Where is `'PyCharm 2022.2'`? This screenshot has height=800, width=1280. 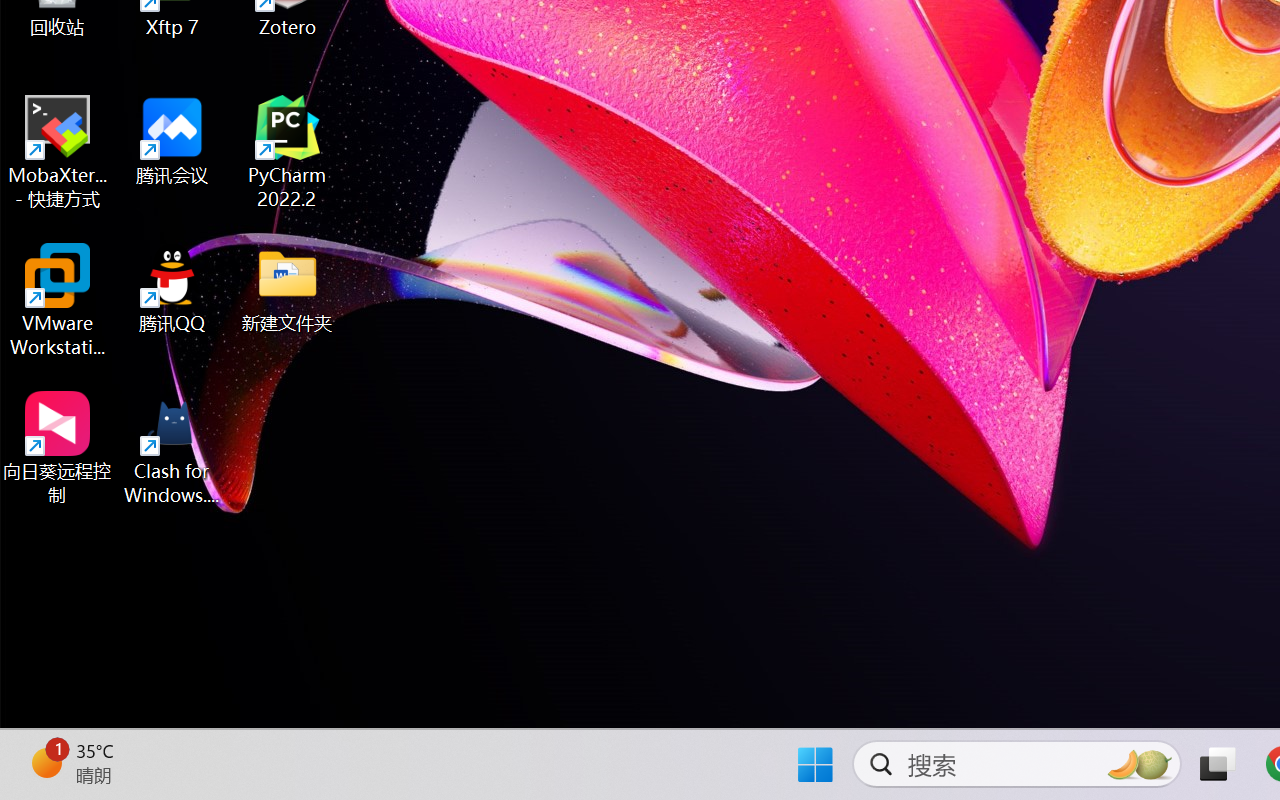 'PyCharm 2022.2' is located at coordinates (287, 152).